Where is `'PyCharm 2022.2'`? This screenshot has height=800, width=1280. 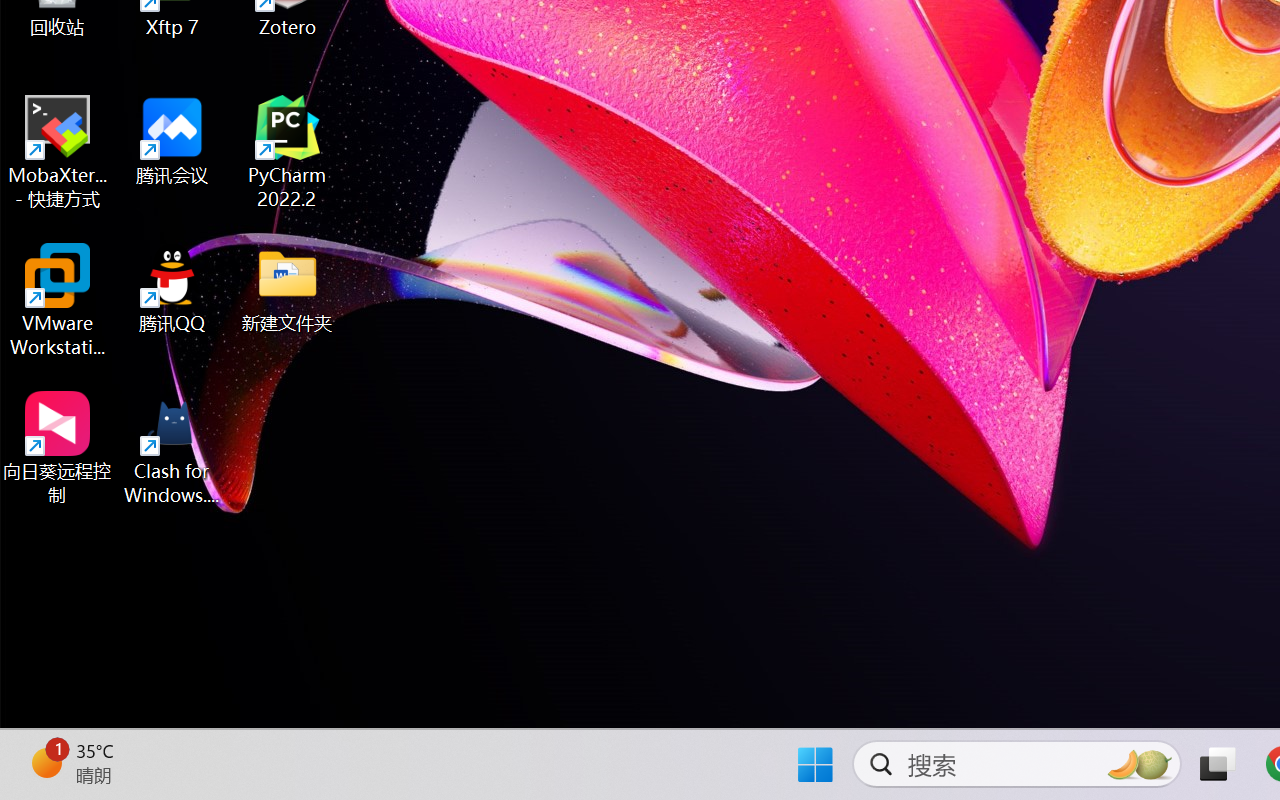 'PyCharm 2022.2' is located at coordinates (287, 152).